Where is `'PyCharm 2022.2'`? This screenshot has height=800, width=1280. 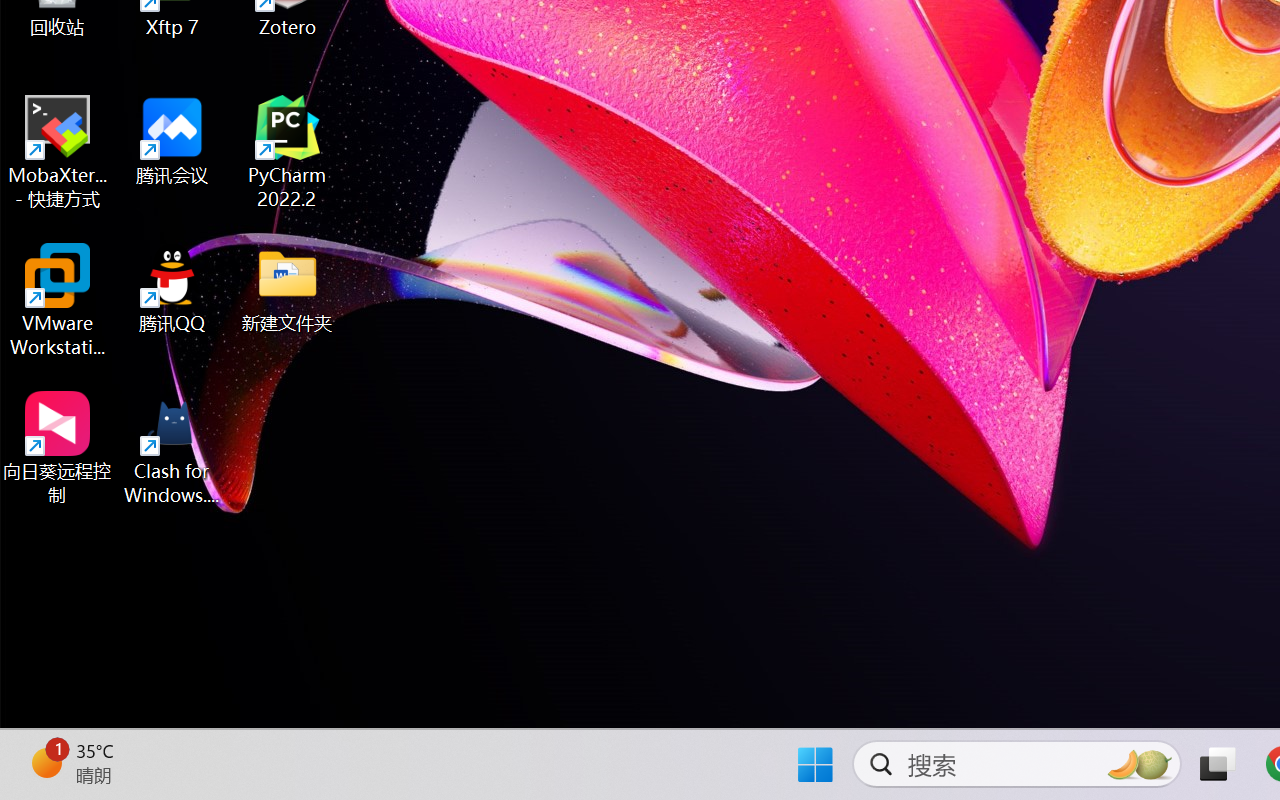 'PyCharm 2022.2' is located at coordinates (287, 152).